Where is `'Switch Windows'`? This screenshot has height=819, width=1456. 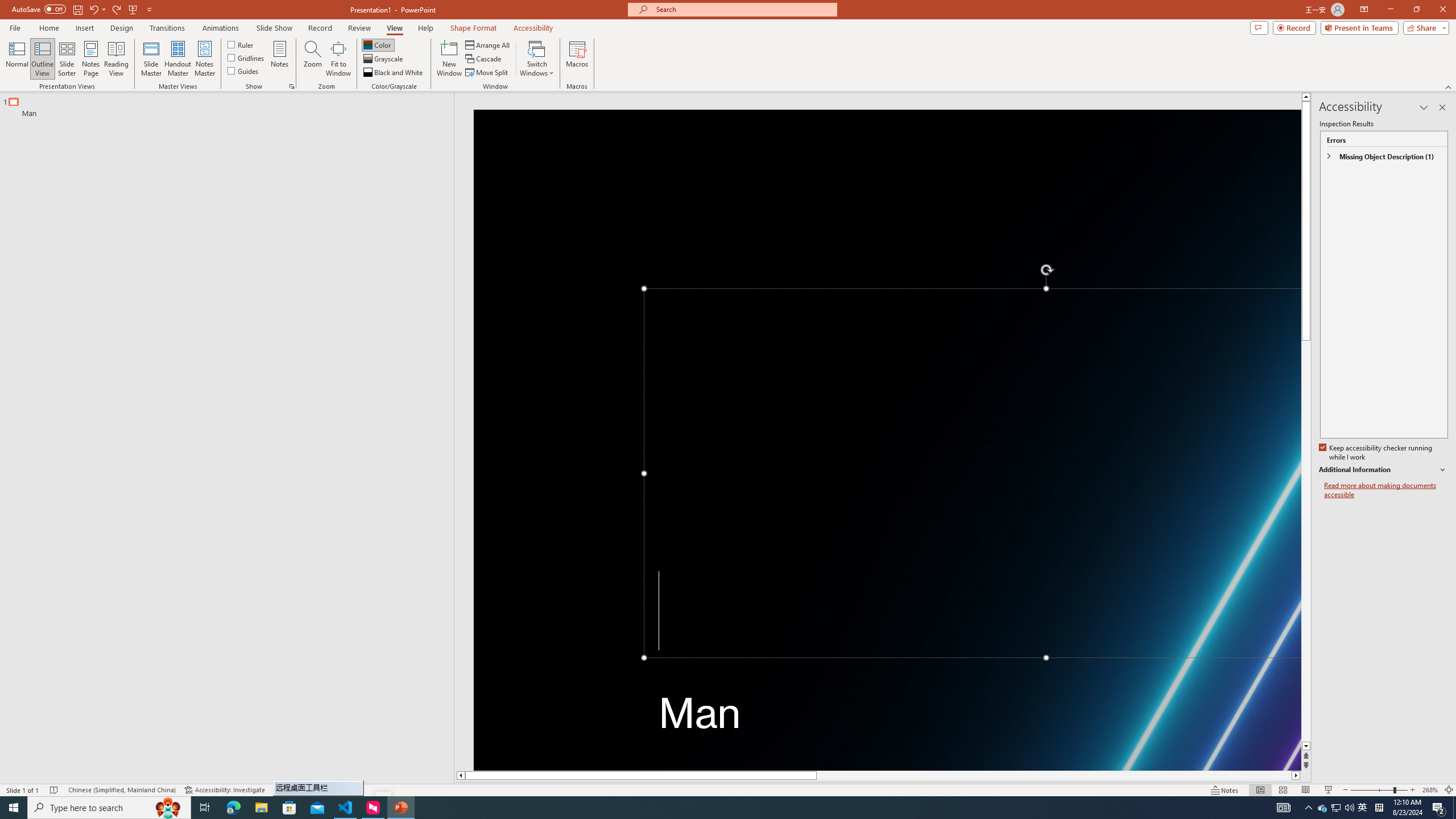 'Switch Windows' is located at coordinates (536, 59).